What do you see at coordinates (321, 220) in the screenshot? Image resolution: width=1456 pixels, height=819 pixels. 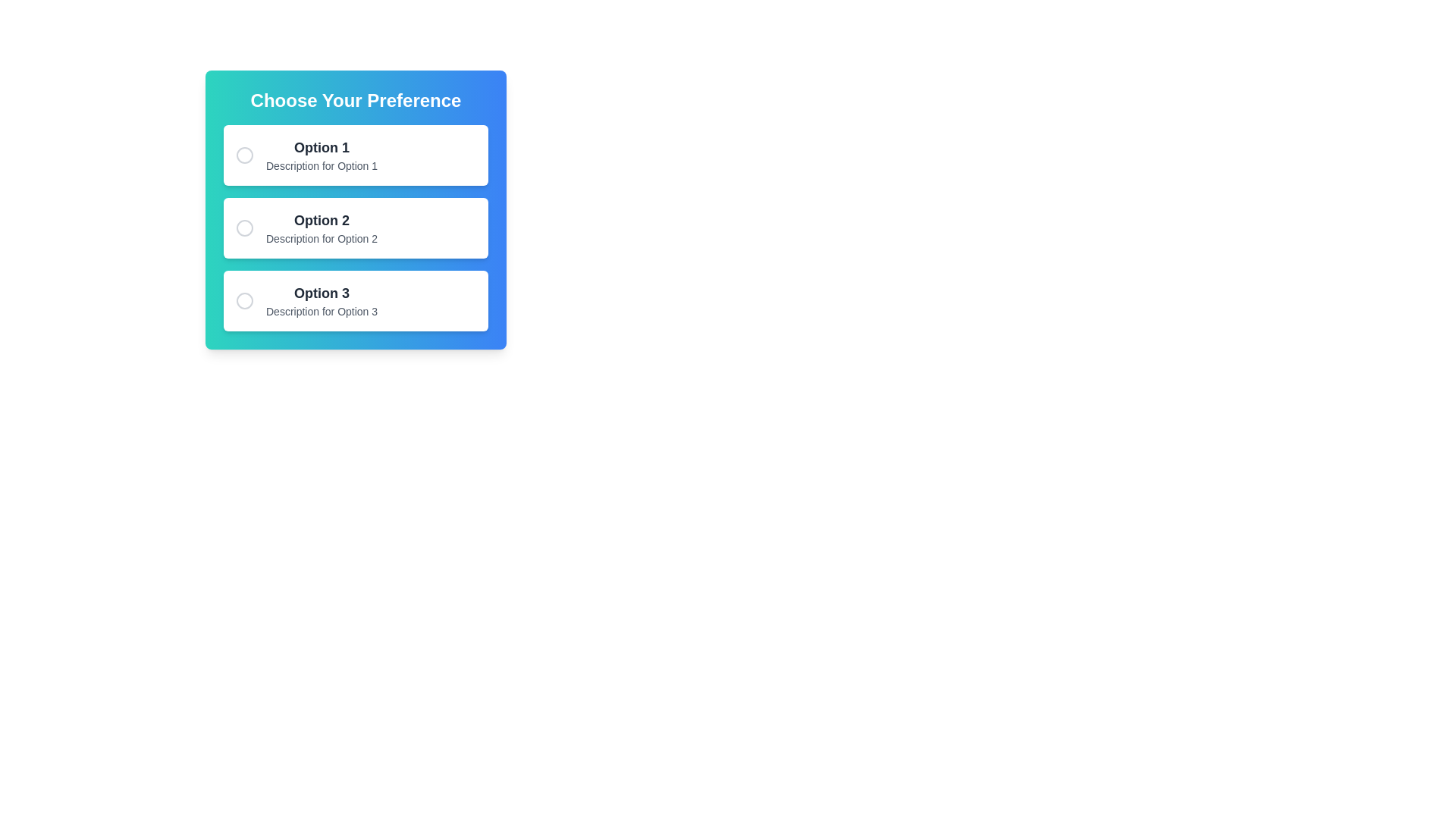 I see `the text label displaying 'Option 2', which is bold and dark gray, indicating the second option in a list` at bounding box center [321, 220].